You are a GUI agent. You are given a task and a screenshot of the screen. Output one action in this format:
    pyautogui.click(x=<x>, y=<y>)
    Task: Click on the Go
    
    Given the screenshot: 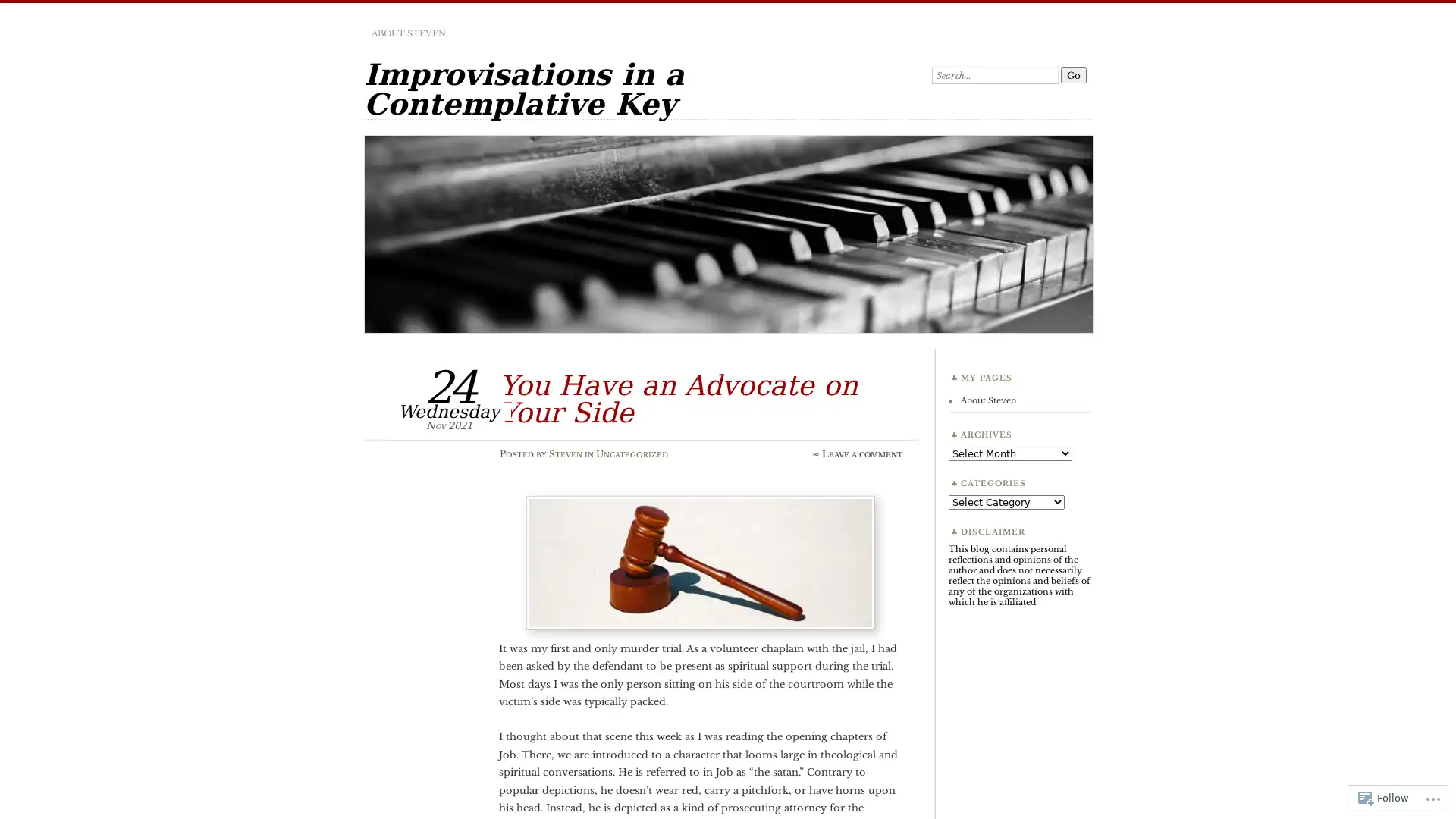 What is the action you would take?
    pyautogui.click(x=1073, y=75)
    